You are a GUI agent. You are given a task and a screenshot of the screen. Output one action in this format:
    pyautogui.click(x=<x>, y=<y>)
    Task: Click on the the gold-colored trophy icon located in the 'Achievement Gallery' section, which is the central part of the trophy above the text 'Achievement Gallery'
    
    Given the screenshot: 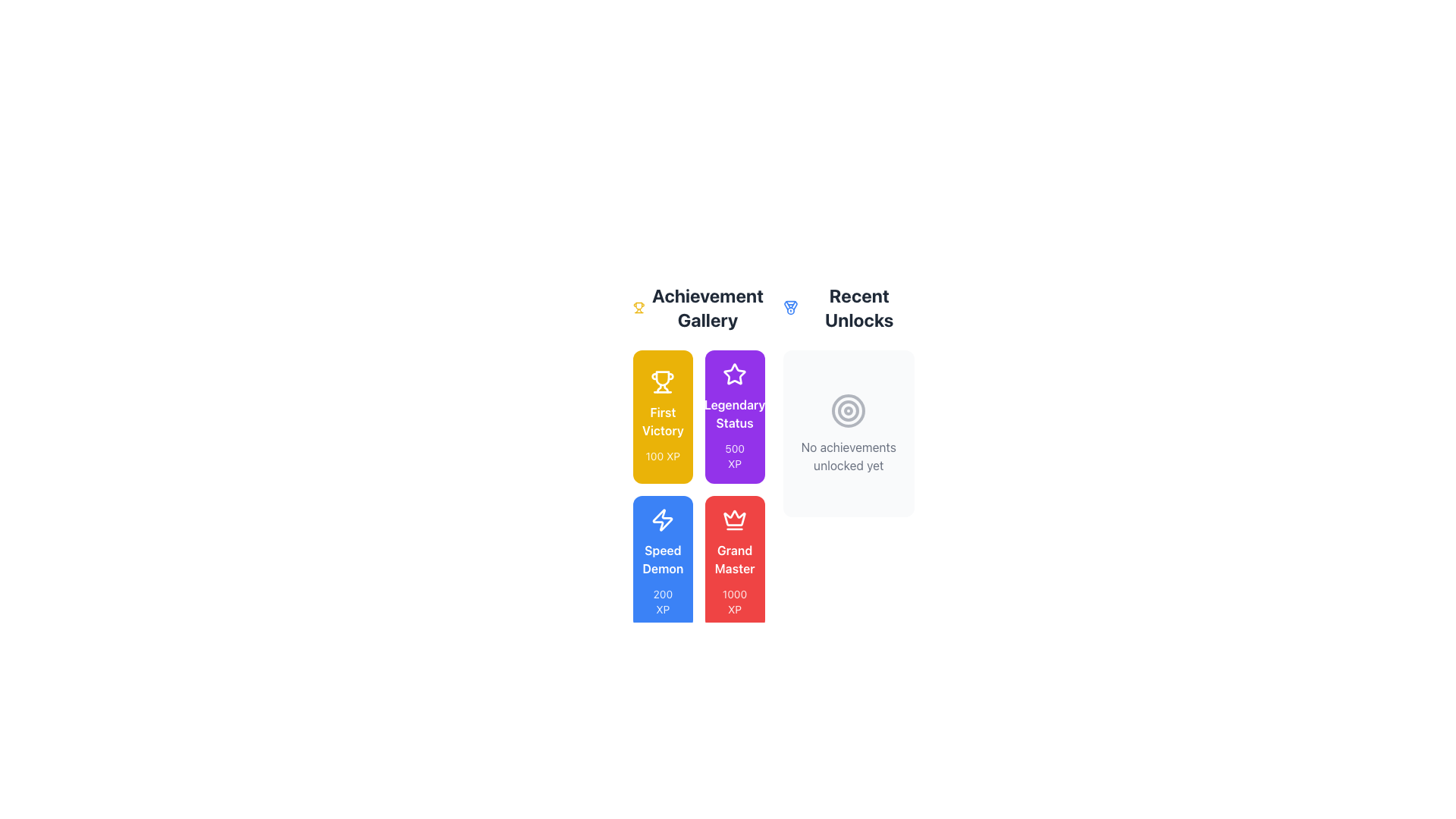 What is the action you would take?
    pyautogui.click(x=663, y=378)
    